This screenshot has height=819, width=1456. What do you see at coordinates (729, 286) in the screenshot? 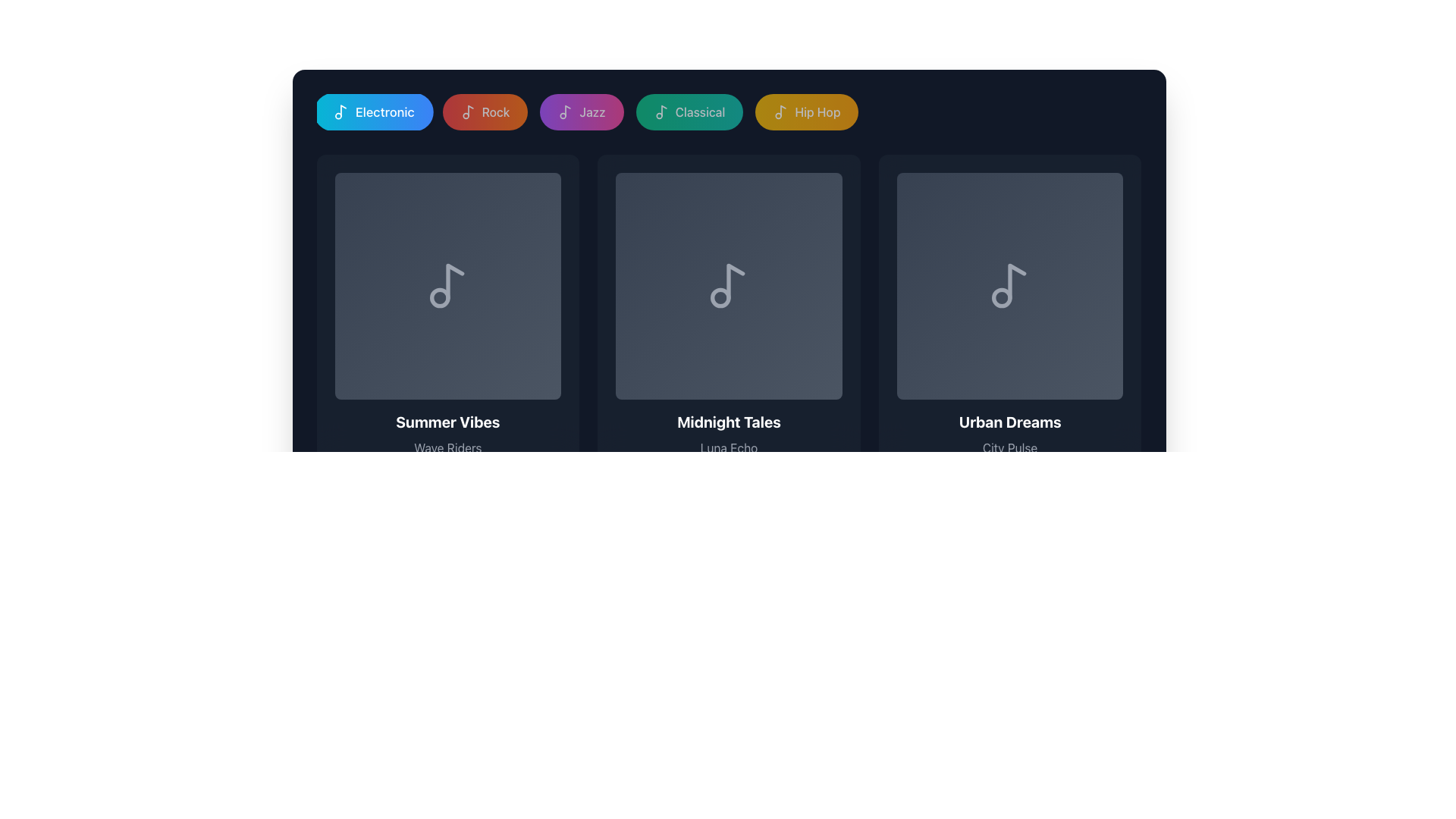
I see `the music-related item icon, which is centered` at bounding box center [729, 286].